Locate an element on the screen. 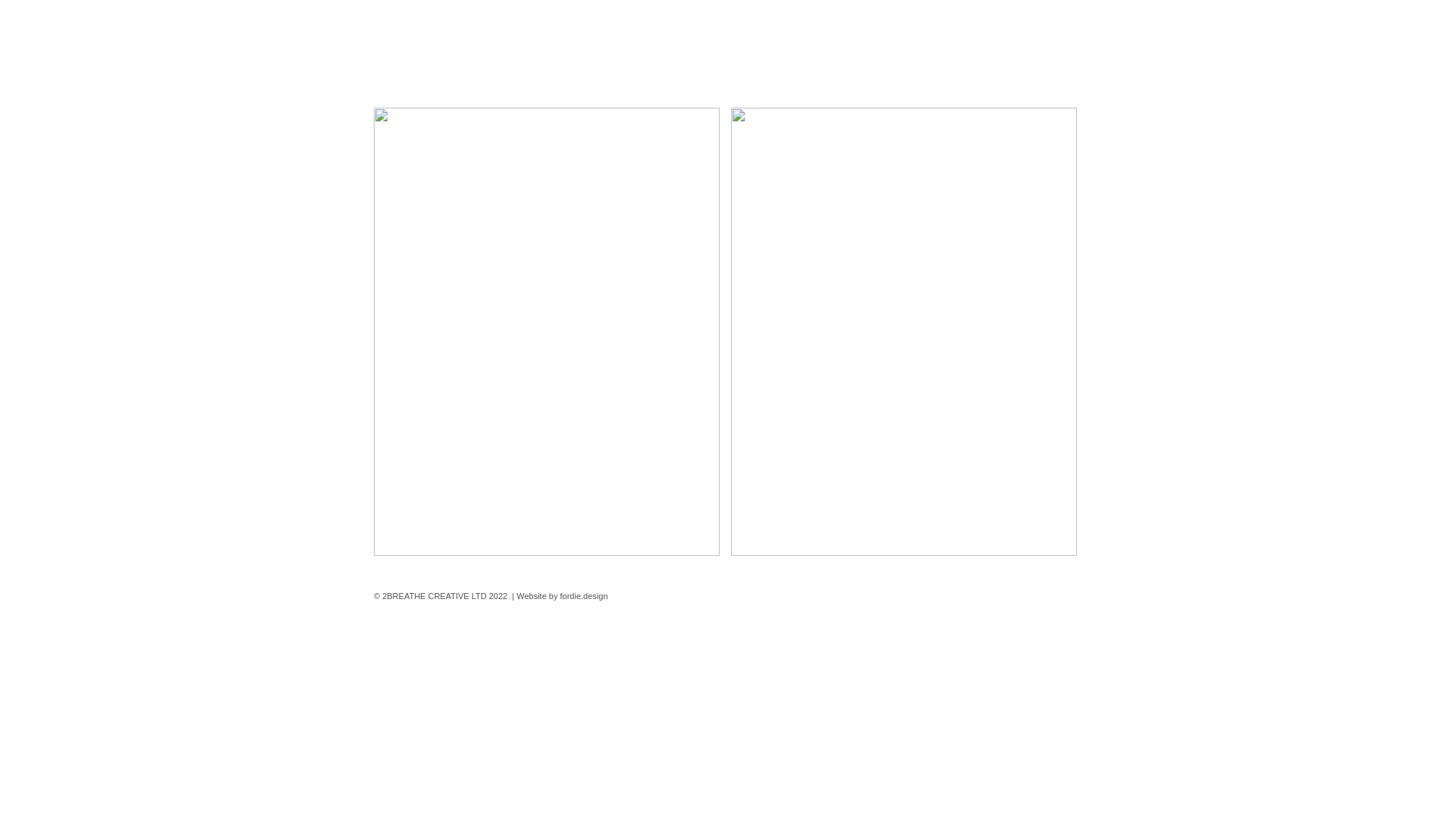  'fordie.design' is located at coordinates (560, 595).